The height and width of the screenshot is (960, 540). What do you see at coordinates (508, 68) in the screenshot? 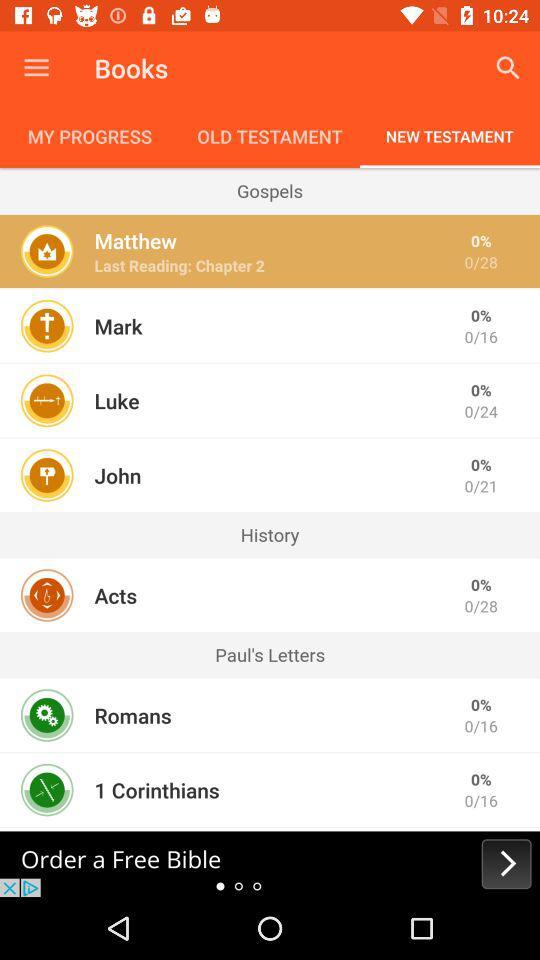
I see `the item to the right of books icon` at bounding box center [508, 68].